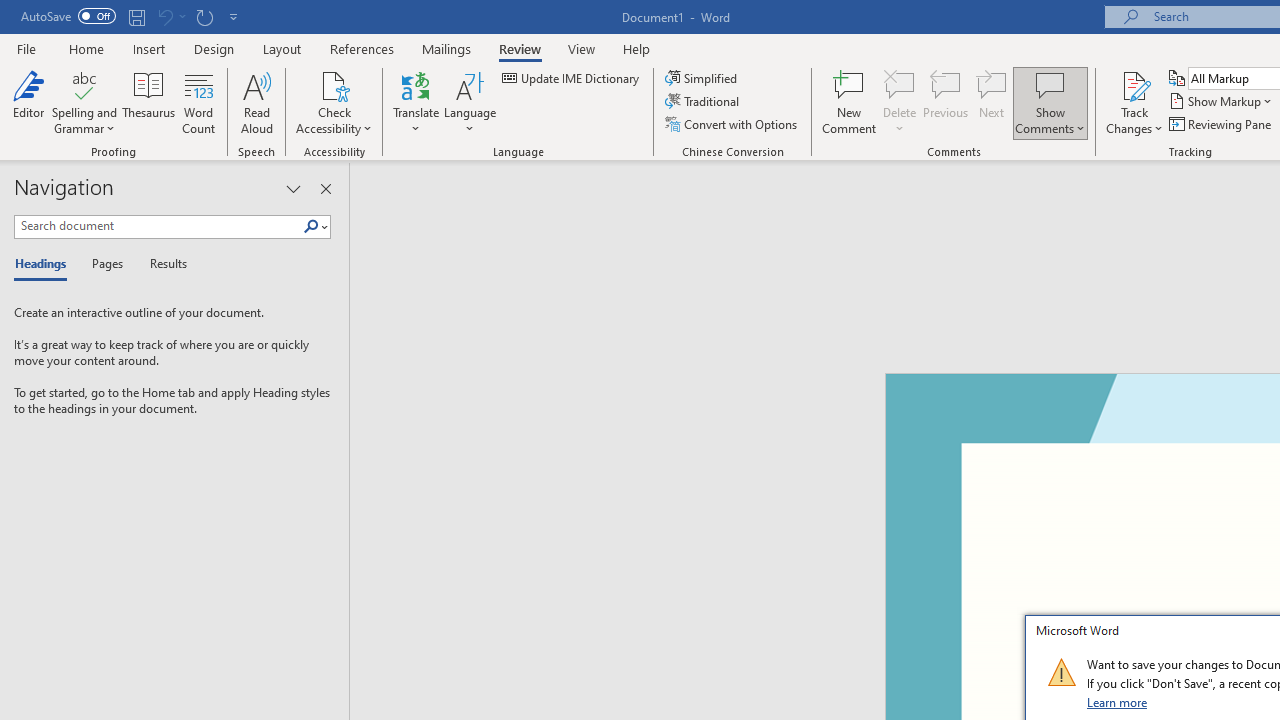 The width and height of the screenshot is (1280, 720). What do you see at coordinates (702, 77) in the screenshot?
I see `'Simplified'` at bounding box center [702, 77].